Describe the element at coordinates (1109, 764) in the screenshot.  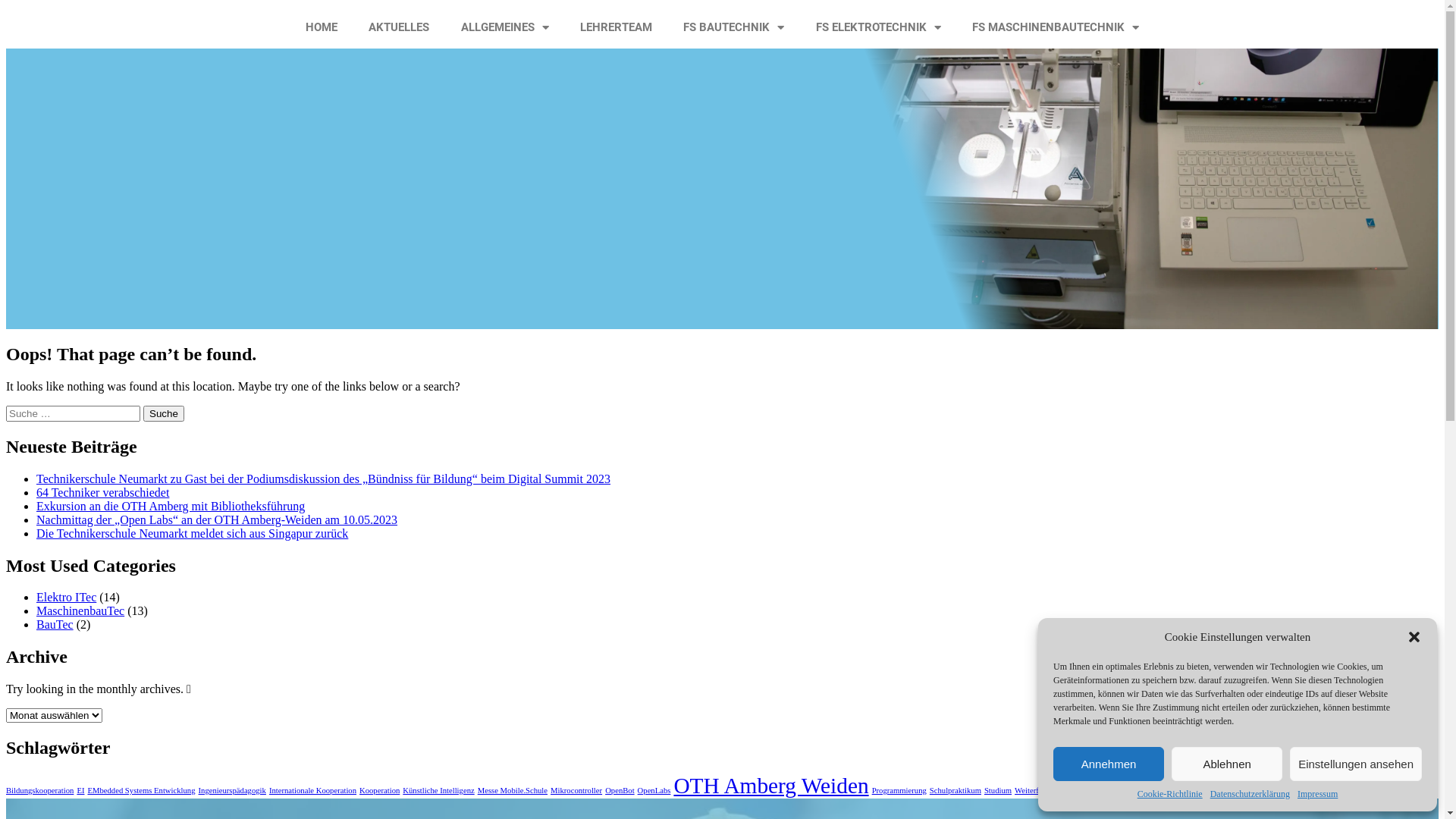
I see `'Annehmen'` at that location.